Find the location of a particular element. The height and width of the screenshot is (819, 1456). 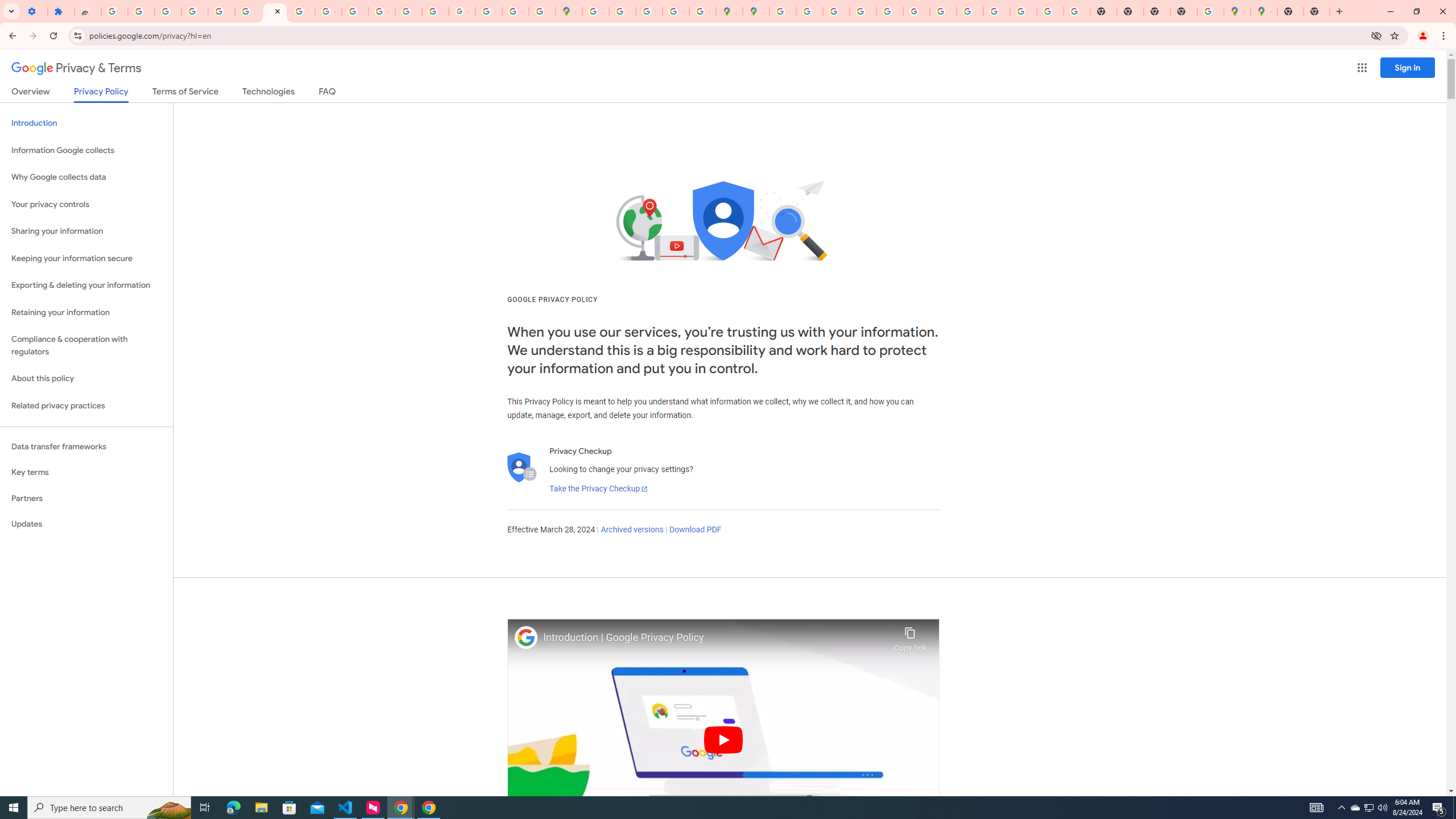

'YouTube' is located at coordinates (301, 11).